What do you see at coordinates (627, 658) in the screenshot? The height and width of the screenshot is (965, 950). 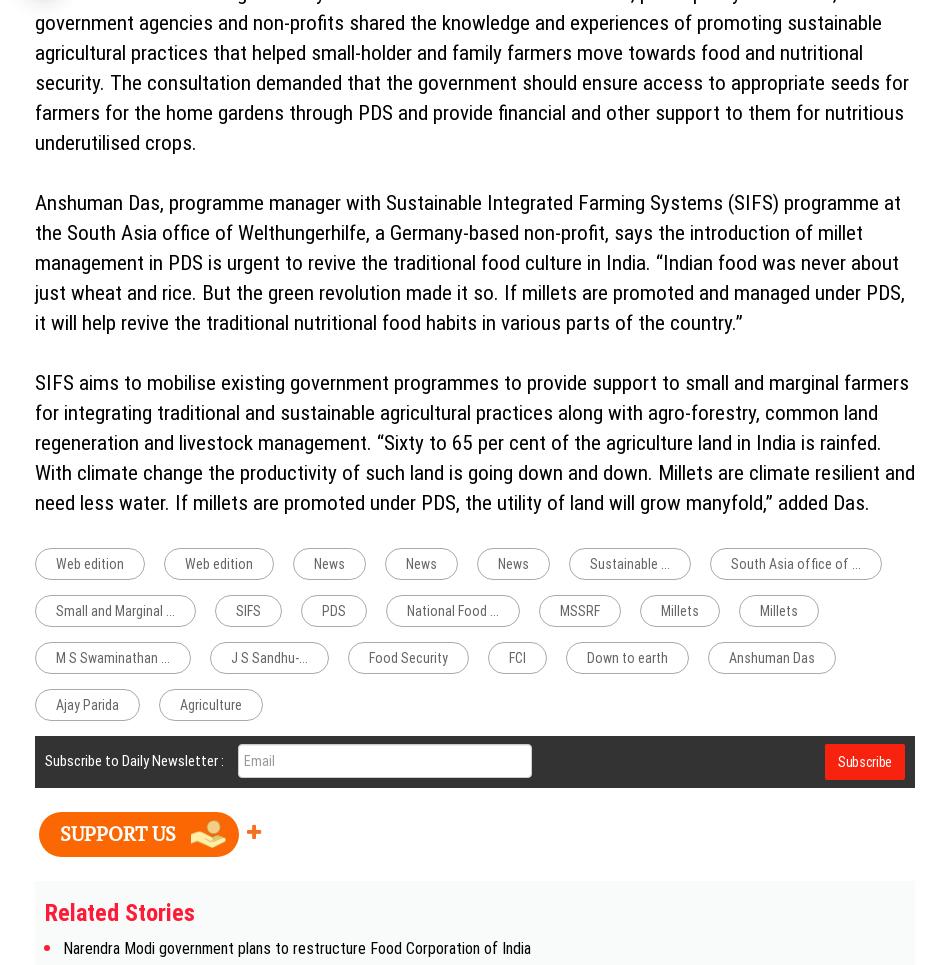 I see `'Down to earth'` at bounding box center [627, 658].